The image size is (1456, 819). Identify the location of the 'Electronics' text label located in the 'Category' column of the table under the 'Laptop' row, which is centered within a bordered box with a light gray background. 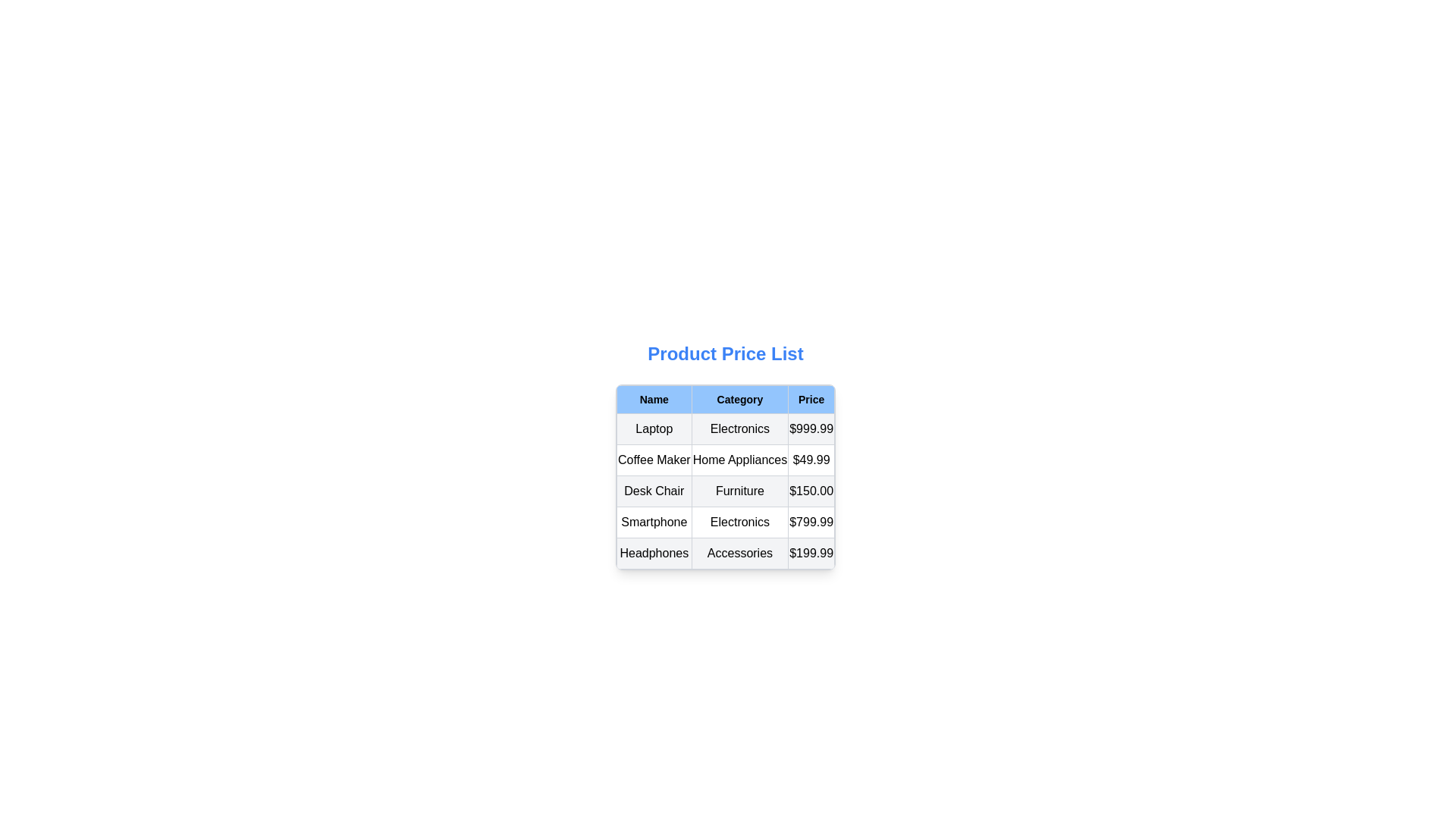
(739, 429).